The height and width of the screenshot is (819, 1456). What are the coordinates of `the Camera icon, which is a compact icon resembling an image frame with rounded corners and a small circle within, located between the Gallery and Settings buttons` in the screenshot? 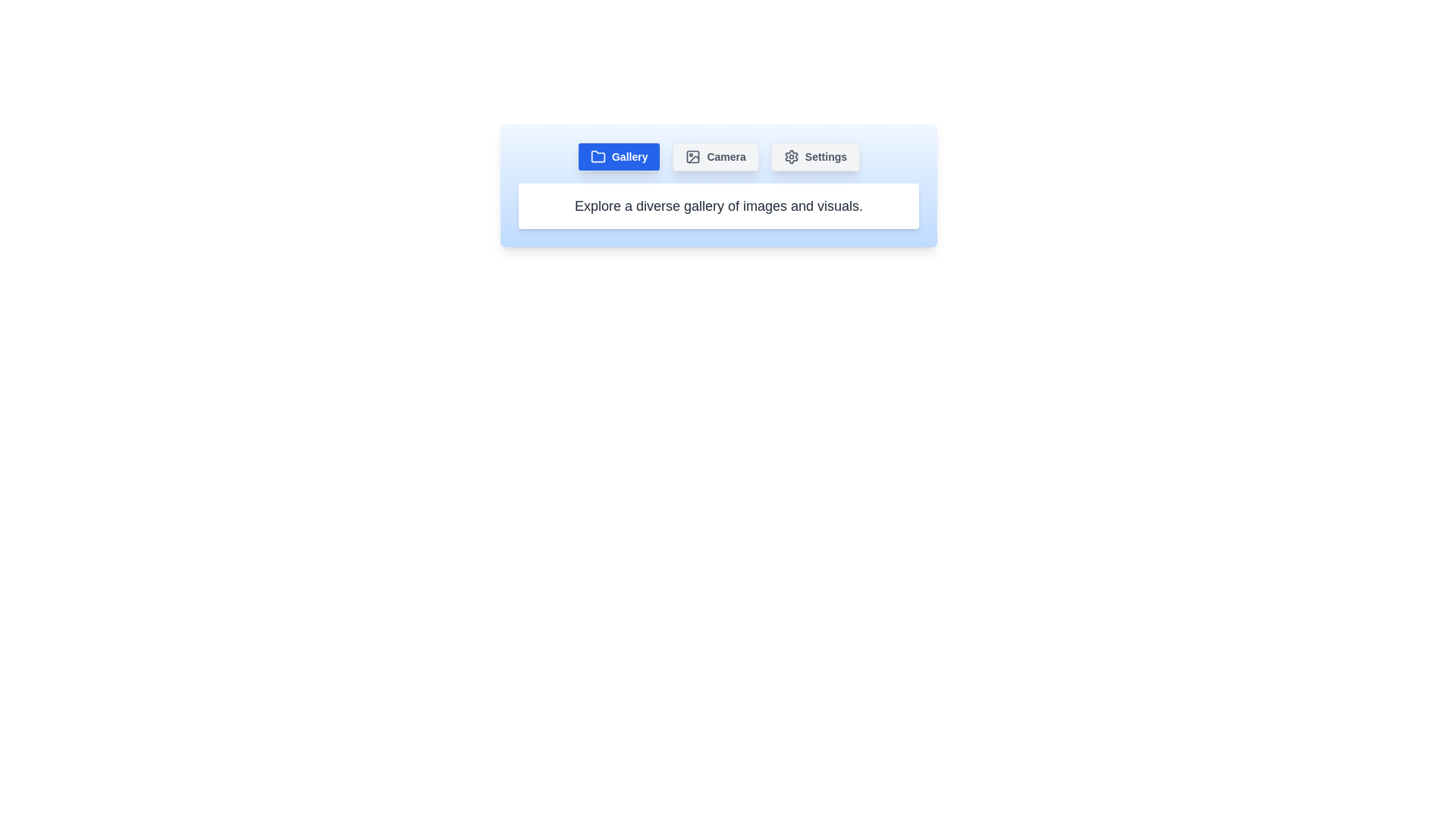 It's located at (692, 157).